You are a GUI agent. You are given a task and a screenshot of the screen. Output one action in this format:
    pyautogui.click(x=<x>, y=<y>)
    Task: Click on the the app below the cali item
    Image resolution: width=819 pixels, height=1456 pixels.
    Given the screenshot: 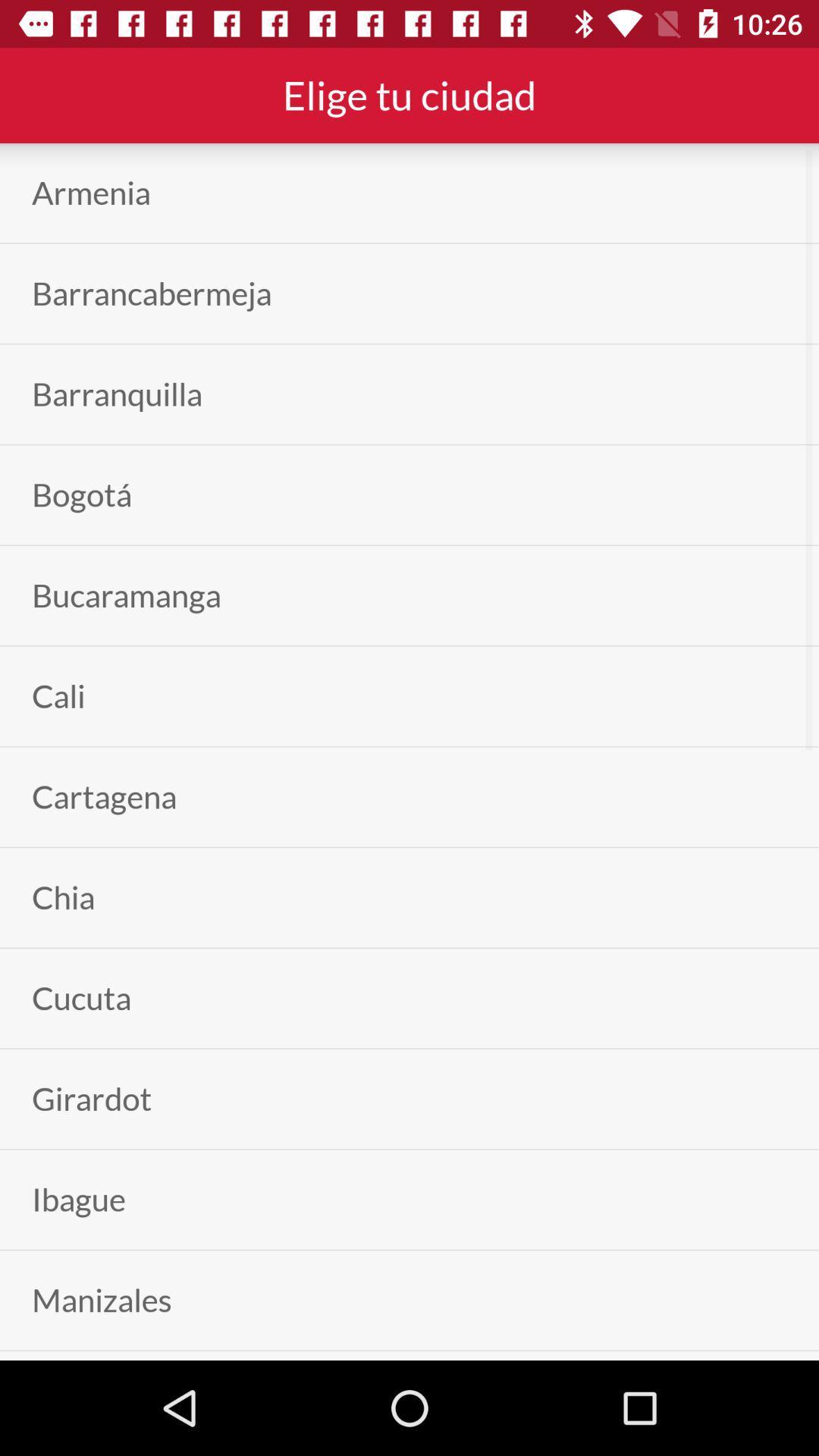 What is the action you would take?
    pyautogui.click(x=103, y=796)
    